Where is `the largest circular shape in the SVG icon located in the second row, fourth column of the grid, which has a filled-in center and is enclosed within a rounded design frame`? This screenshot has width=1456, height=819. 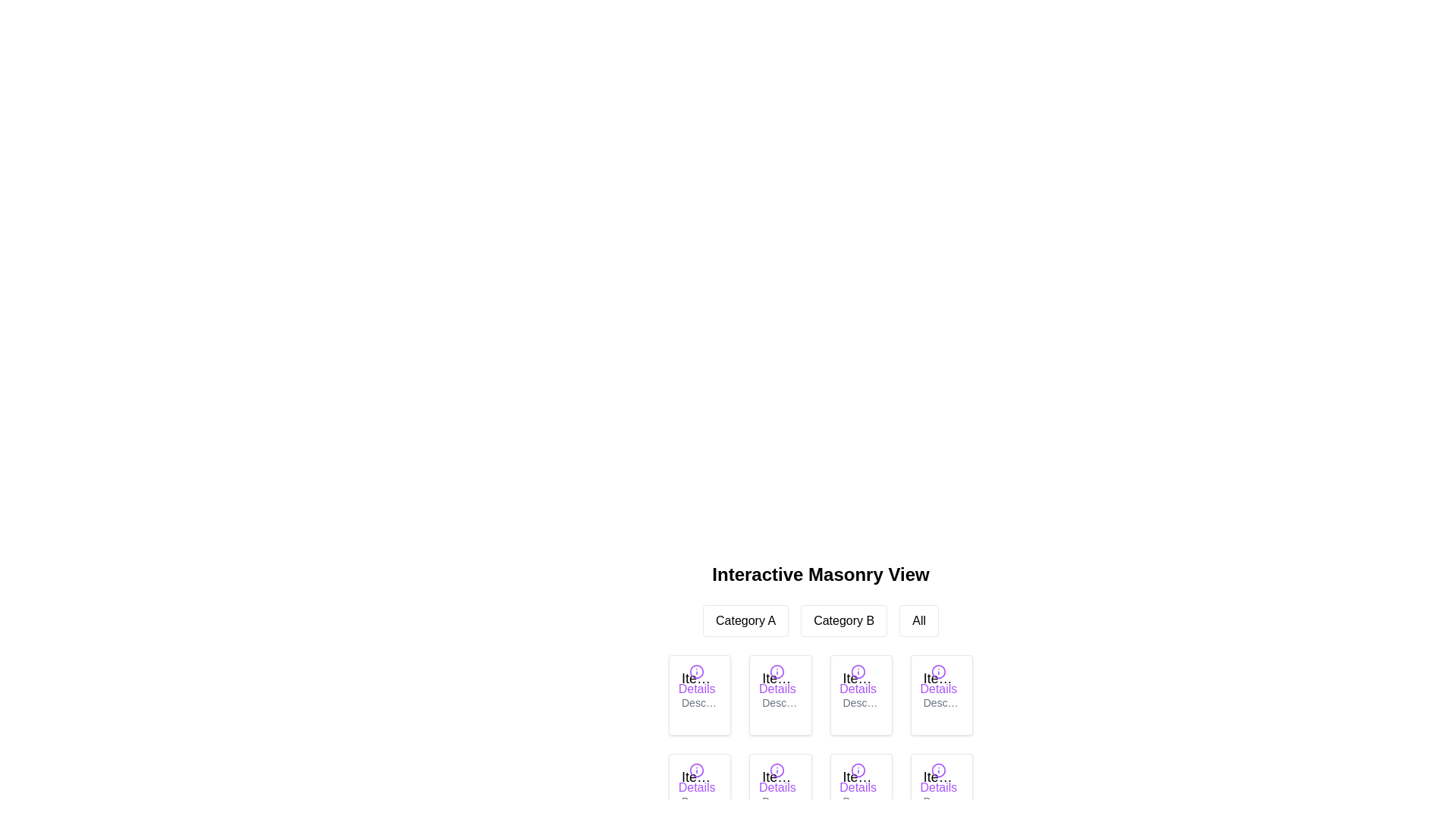
the largest circular shape in the SVG icon located in the second row, fourth column of the grid, which has a filled-in center and is enclosed within a rounded design frame is located at coordinates (777, 770).